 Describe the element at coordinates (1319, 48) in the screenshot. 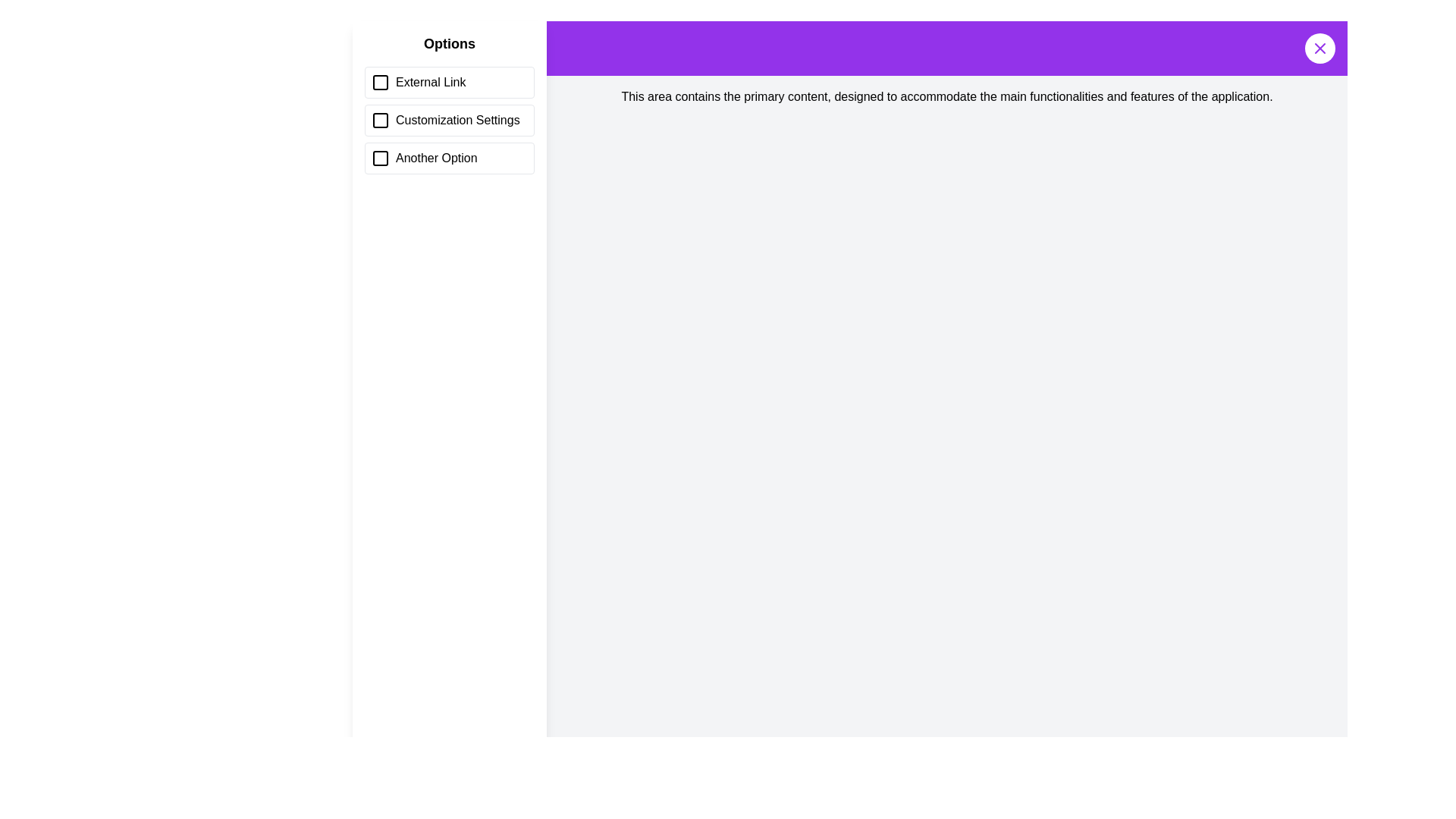

I see `the diagonal line part of the cross-shaped icon located within the circular white button with a purple background in the top-right corner of the interface` at that location.